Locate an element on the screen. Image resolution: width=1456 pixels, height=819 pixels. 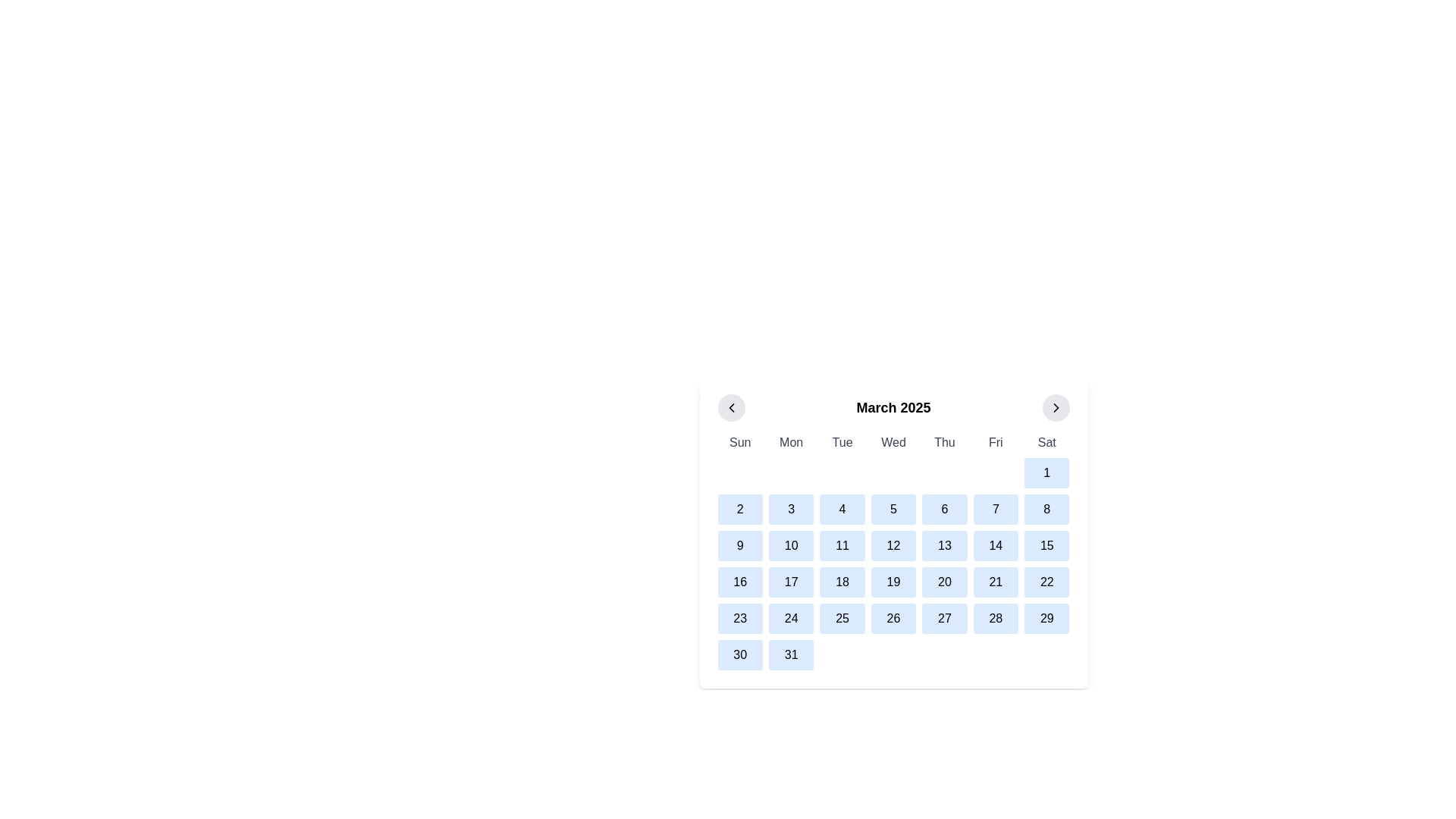
the calendar date cell styled with a light blue background, containing the text '25', located in the last row and third column of the March 2025 calendar is located at coordinates (842, 619).